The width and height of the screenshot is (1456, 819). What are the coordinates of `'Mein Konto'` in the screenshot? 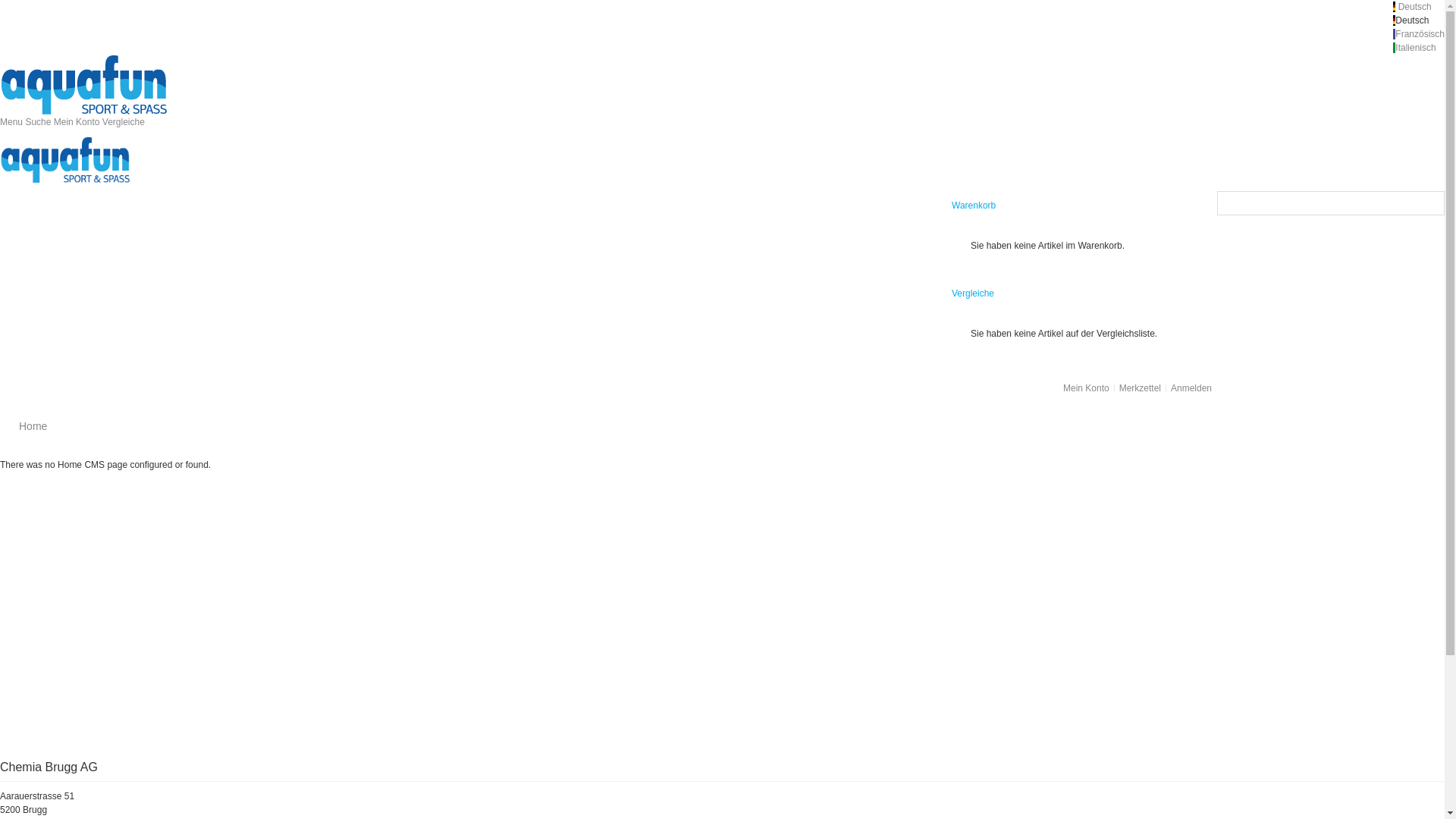 It's located at (77, 121).